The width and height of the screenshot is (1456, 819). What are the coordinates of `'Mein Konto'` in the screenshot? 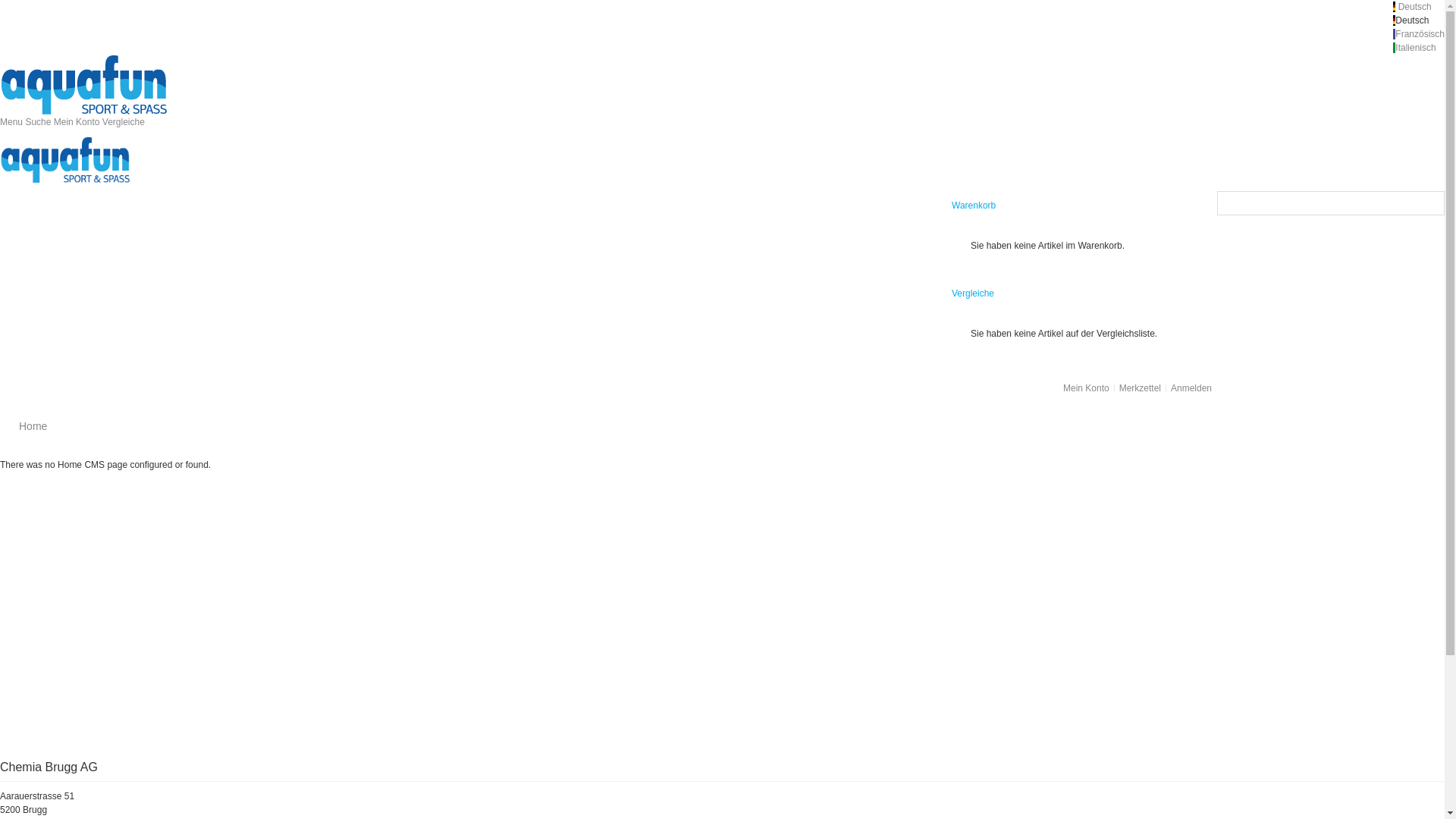 It's located at (77, 121).